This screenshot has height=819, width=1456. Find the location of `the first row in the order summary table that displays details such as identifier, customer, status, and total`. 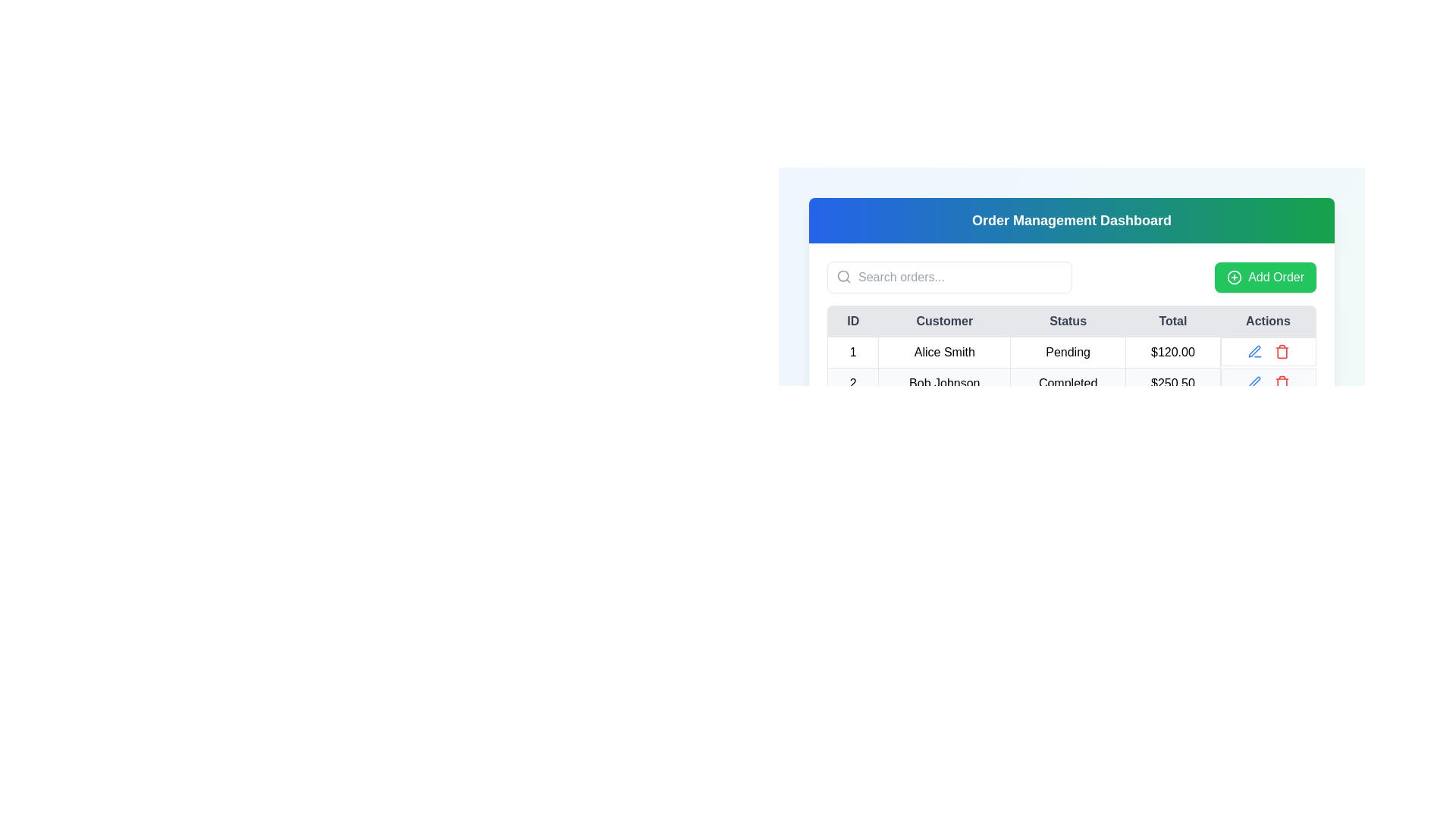

the first row in the order summary table that displays details such as identifier, customer, status, and total is located at coordinates (1071, 353).